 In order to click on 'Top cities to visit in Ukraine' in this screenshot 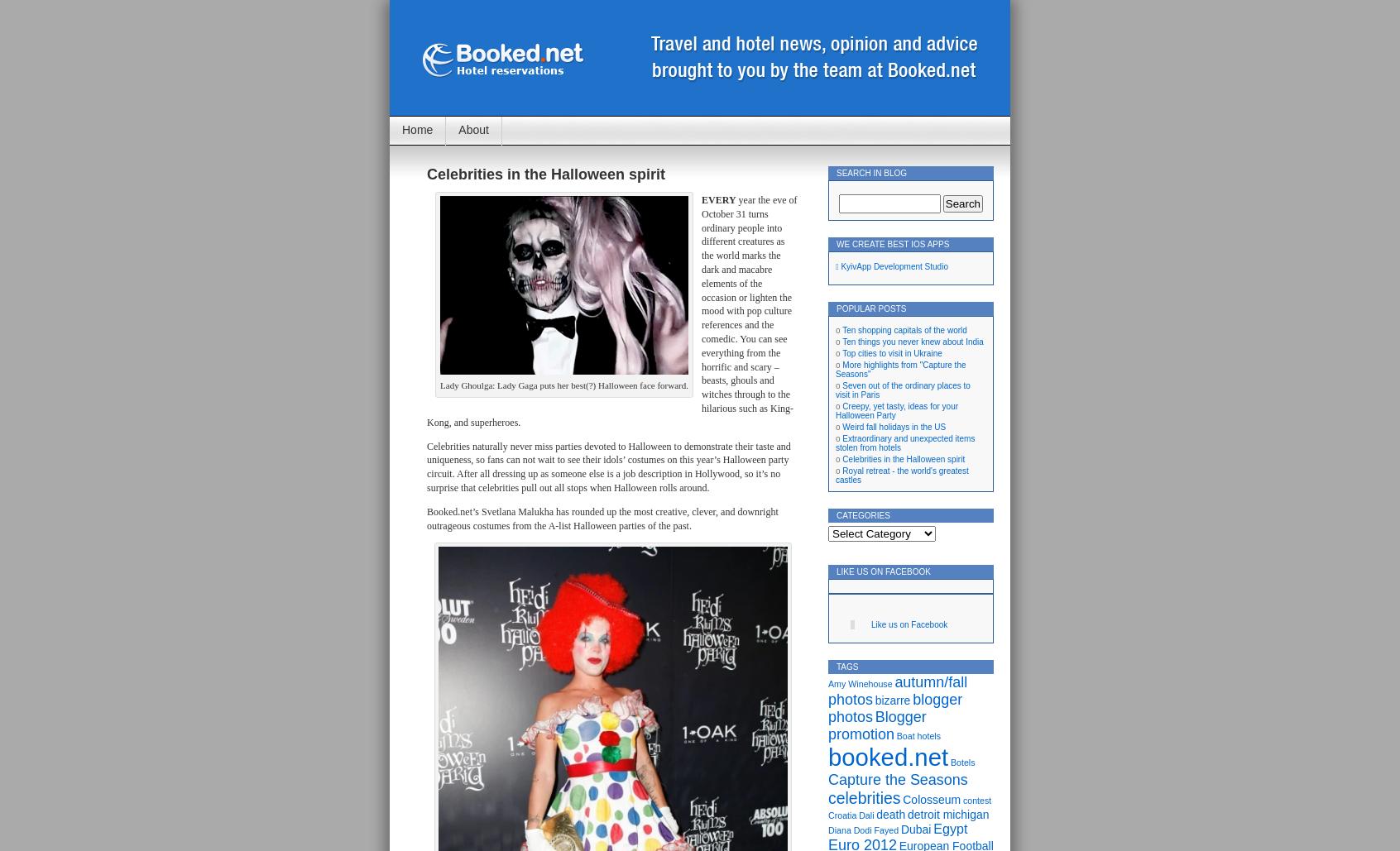, I will do `click(891, 352)`.